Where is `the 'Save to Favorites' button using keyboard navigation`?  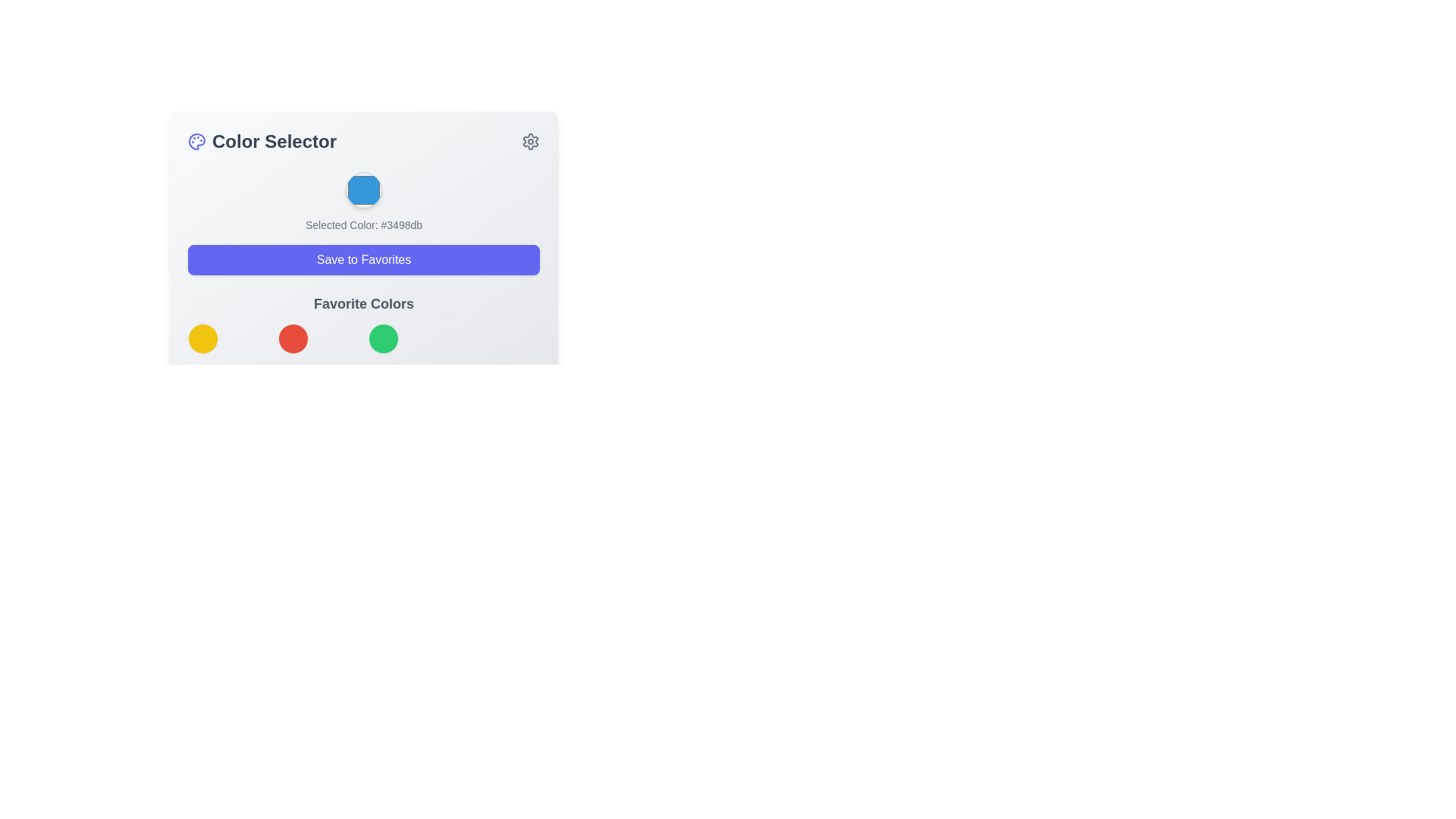 the 'Save to Favorites' button using keyboard navigation is located at coordinates (364, 259).